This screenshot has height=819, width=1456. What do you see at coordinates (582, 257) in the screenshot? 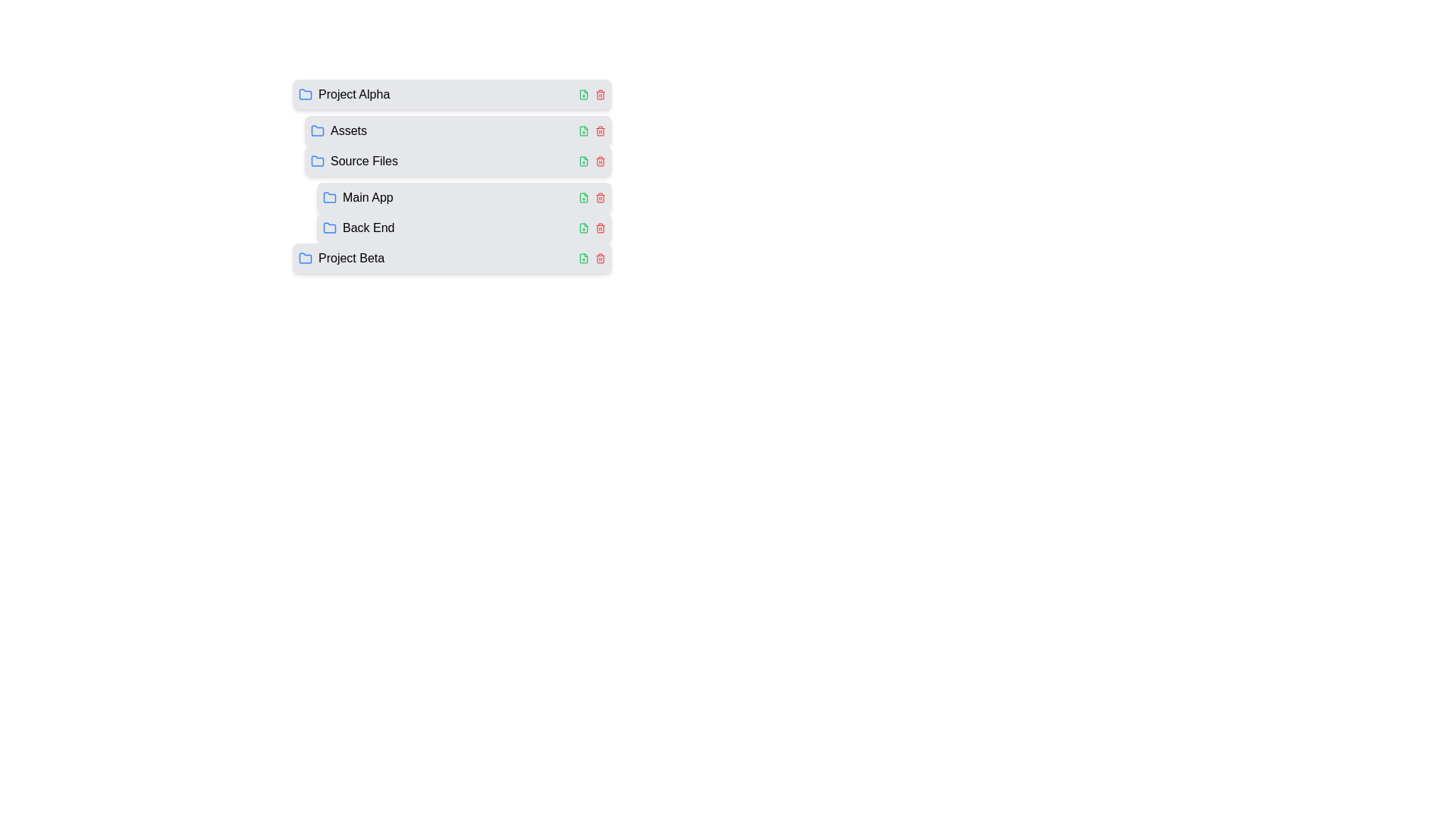
I see `the icon-based button that depicts a document with a plus sign, styled in green` at bounding box center [582, 257].